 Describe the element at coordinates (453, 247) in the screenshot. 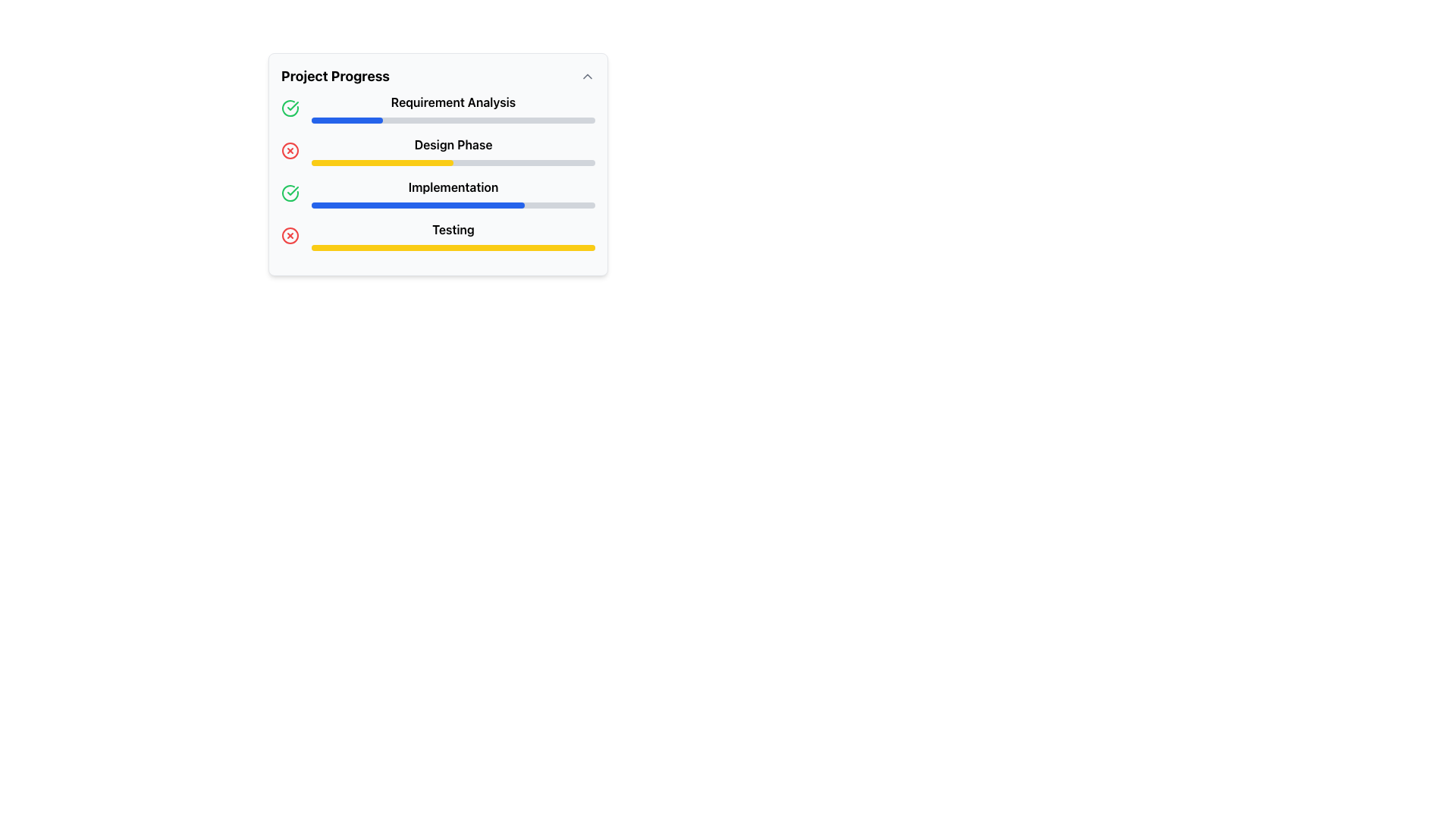

I see `the fourth progress bar representing the 'Testing' phase in the 'Project Progress' section` at that location.